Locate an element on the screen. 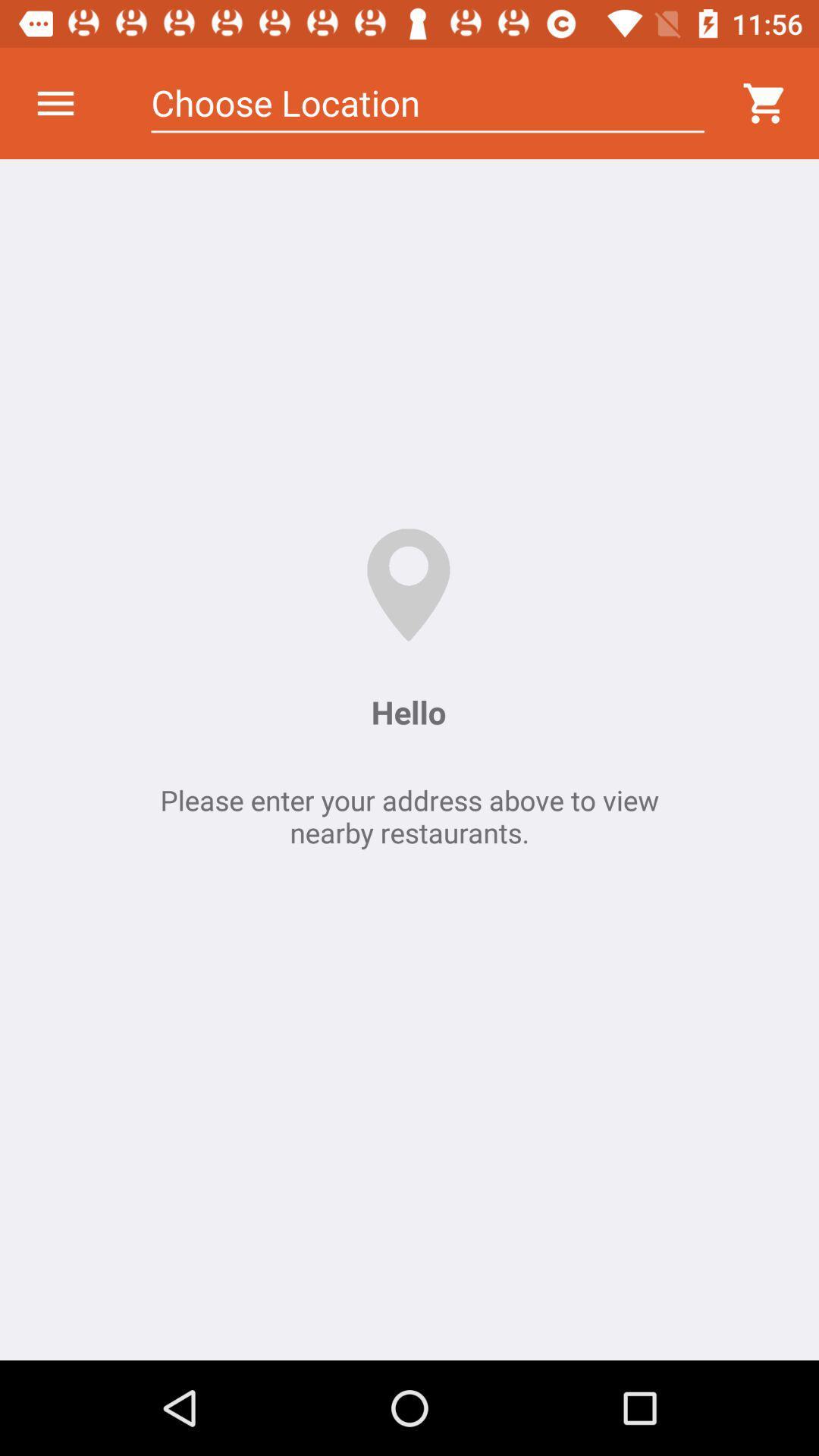 The width and height of the screenshot is (819, 1456). the icon above the hello item is located at coordinates (428, 102).